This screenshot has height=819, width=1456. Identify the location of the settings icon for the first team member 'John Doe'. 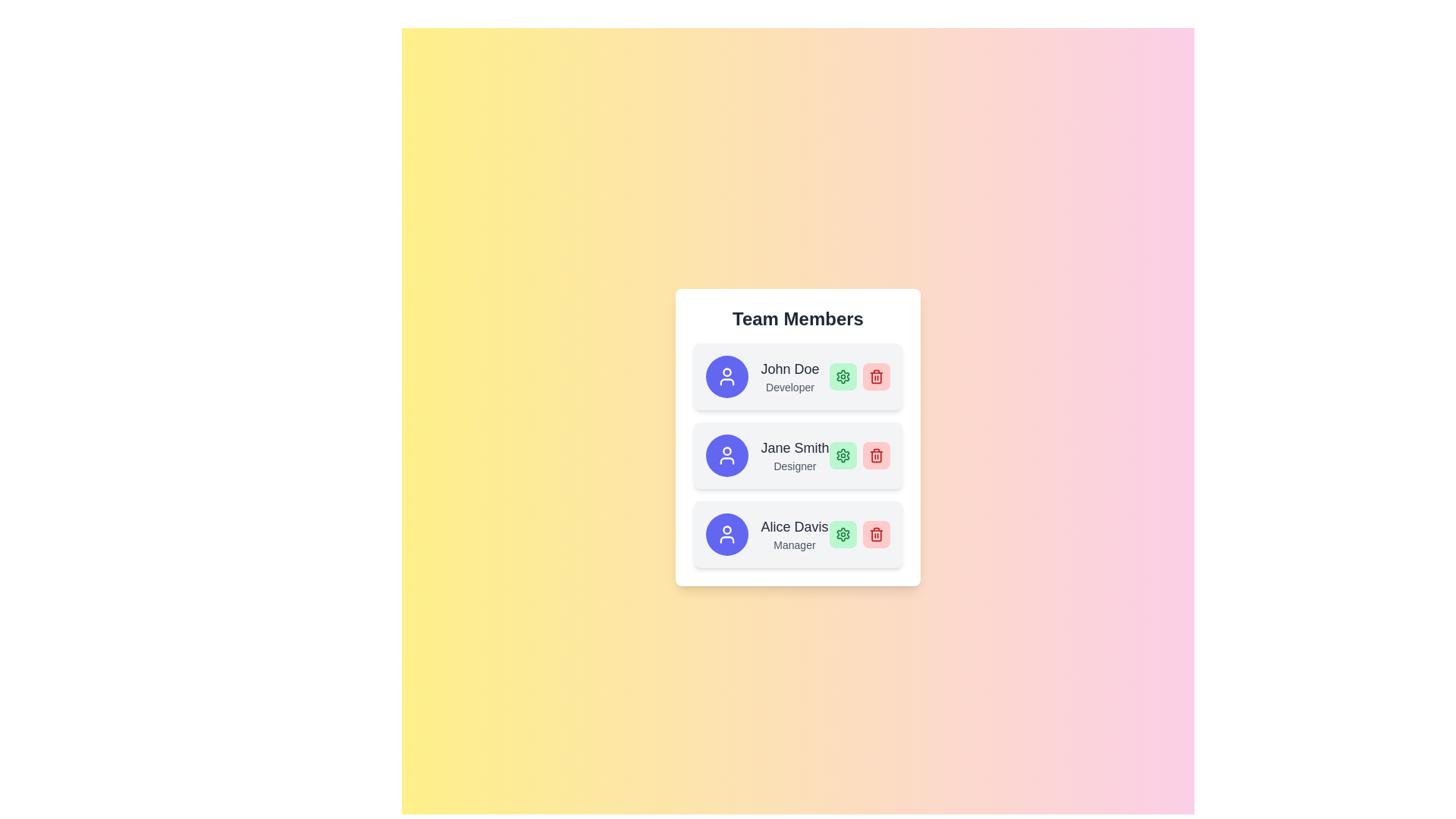
(842, 376).